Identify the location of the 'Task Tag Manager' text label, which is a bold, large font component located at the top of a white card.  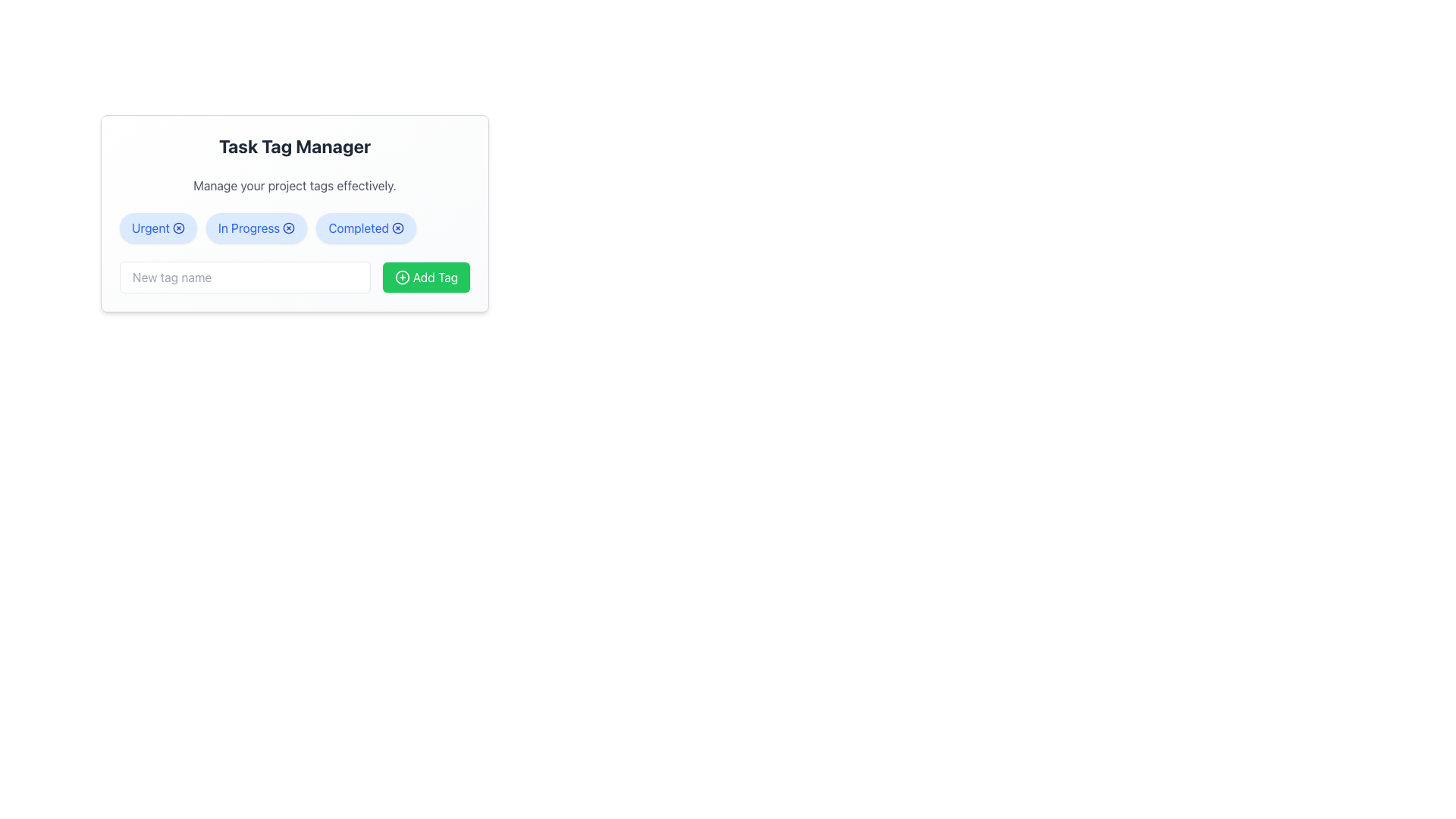
(294, 146).